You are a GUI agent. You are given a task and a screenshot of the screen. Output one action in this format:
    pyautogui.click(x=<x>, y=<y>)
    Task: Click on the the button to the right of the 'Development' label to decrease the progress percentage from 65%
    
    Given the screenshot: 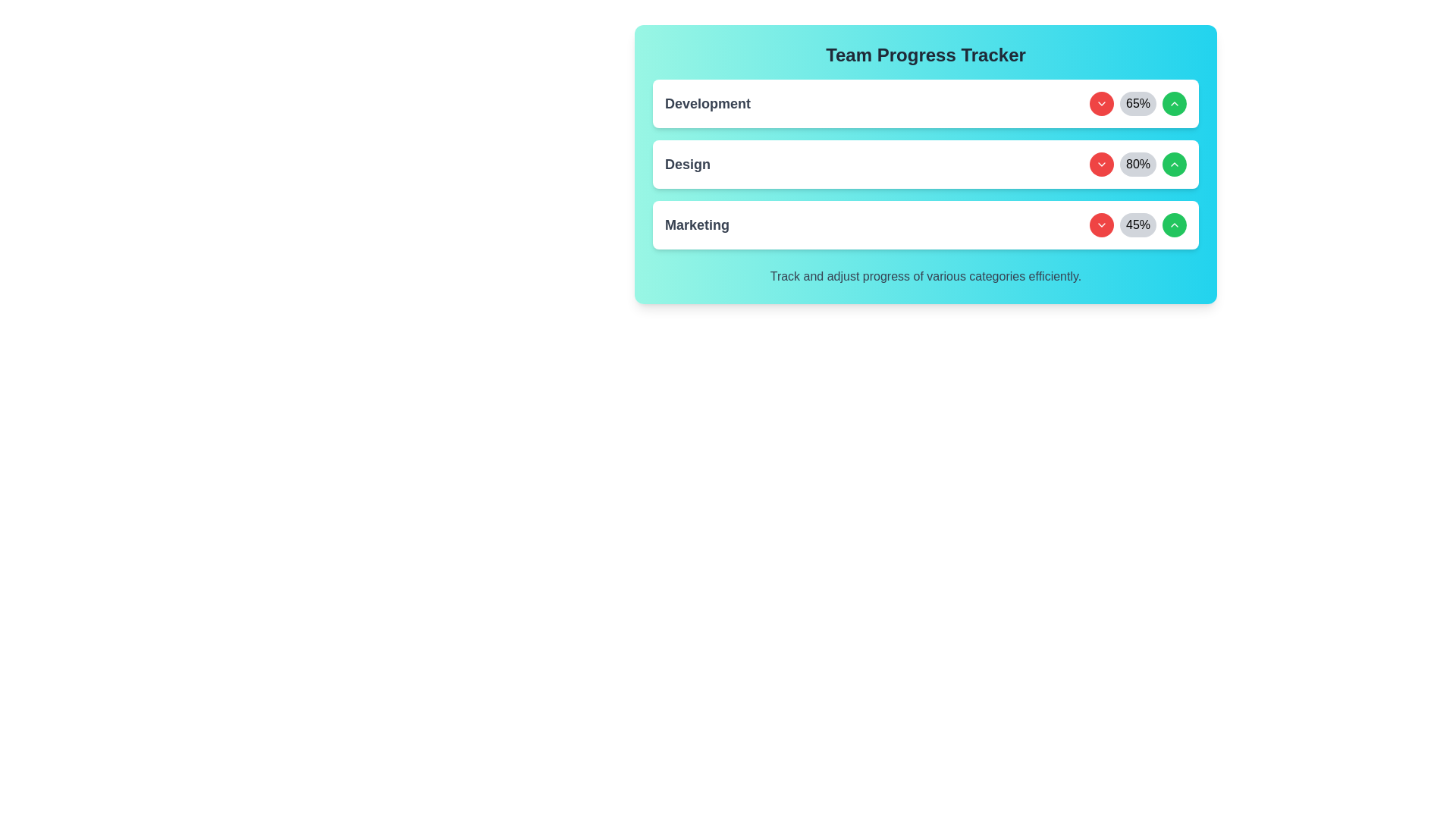 What is the action you would take?
    pyautogui.click(x=1102, y=103)
    